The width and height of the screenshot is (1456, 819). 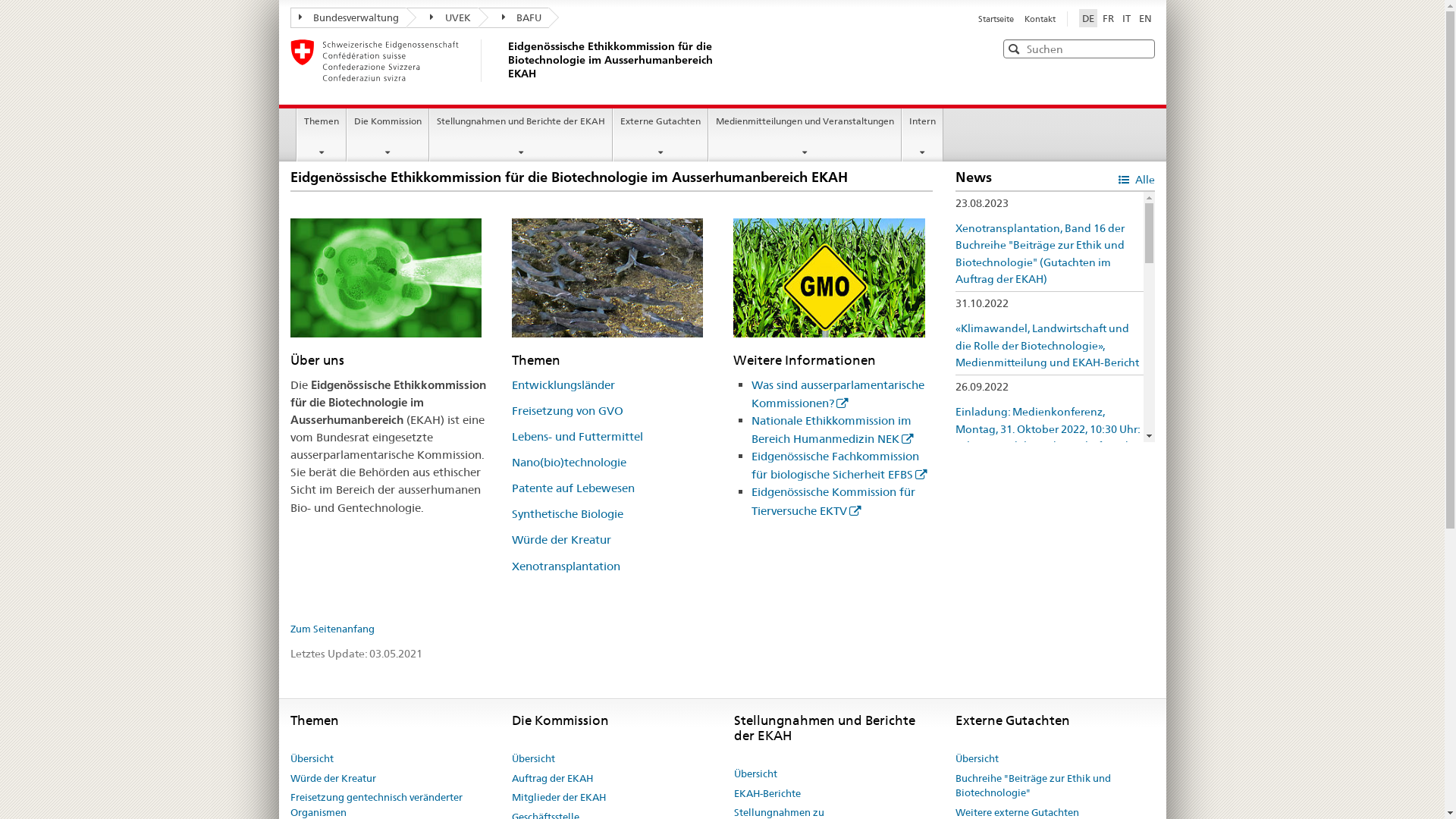 What do you see at coordinates (576, 436) in the screenshot?
I see `'Lebens- und Futtermittel'` at bounding box center [576, 436].